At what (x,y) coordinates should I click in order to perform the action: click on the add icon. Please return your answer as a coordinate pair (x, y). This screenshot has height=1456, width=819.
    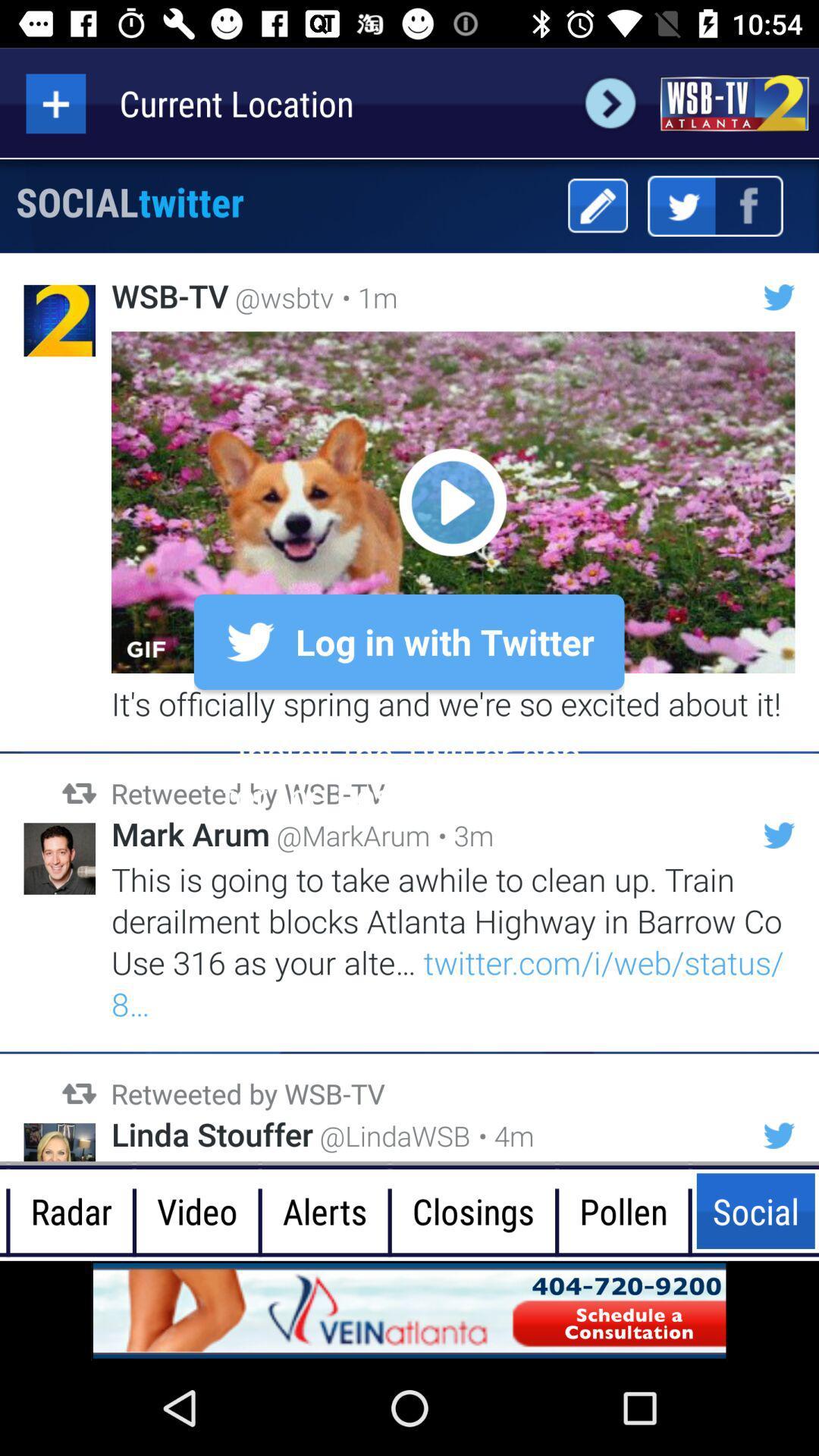
    Looking at the image, I should click on (55, 102).